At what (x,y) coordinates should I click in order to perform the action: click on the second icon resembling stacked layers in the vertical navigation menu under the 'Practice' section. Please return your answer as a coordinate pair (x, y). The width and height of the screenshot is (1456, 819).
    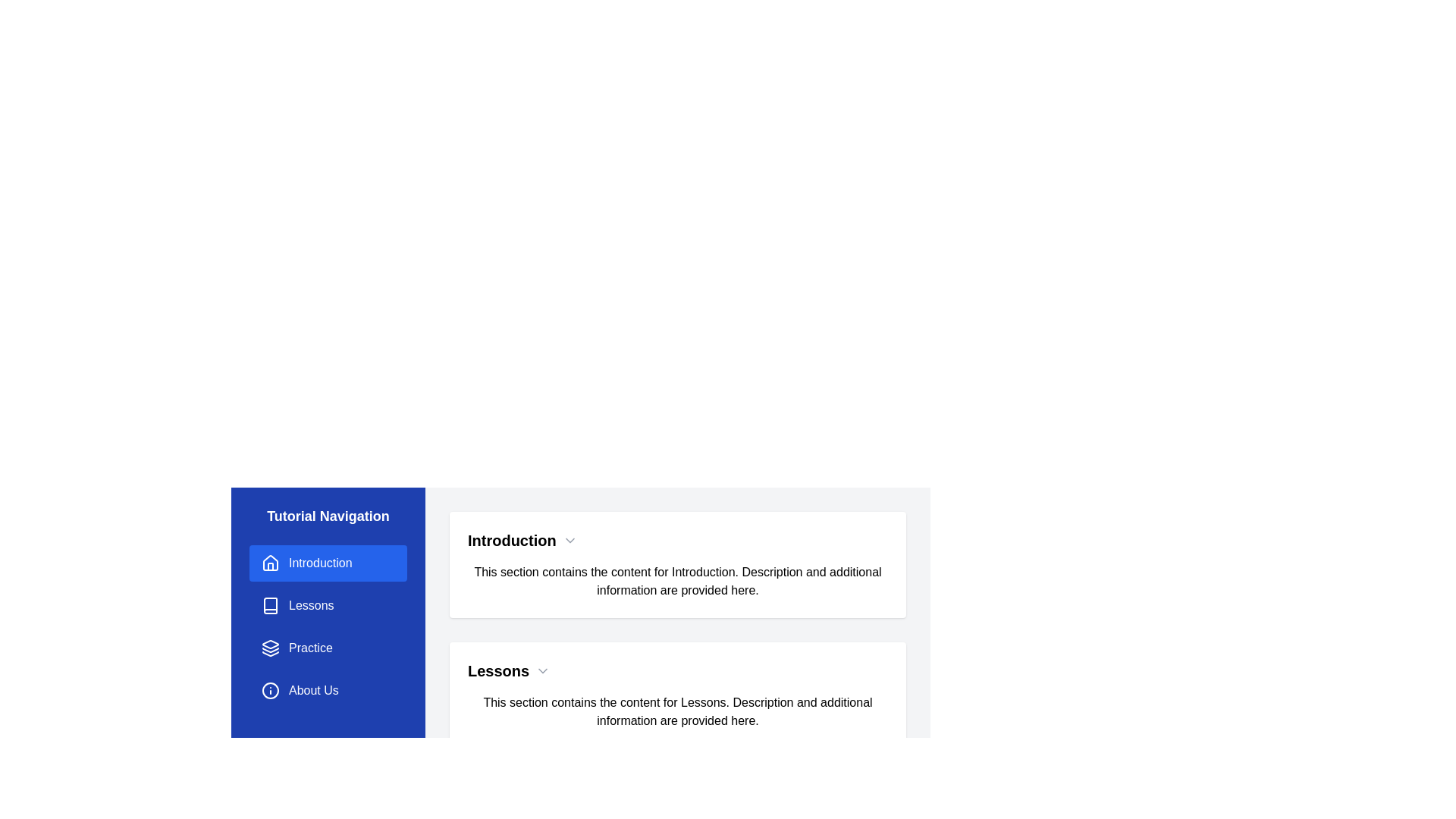
    Looking at the image, I should click on (270, 648).